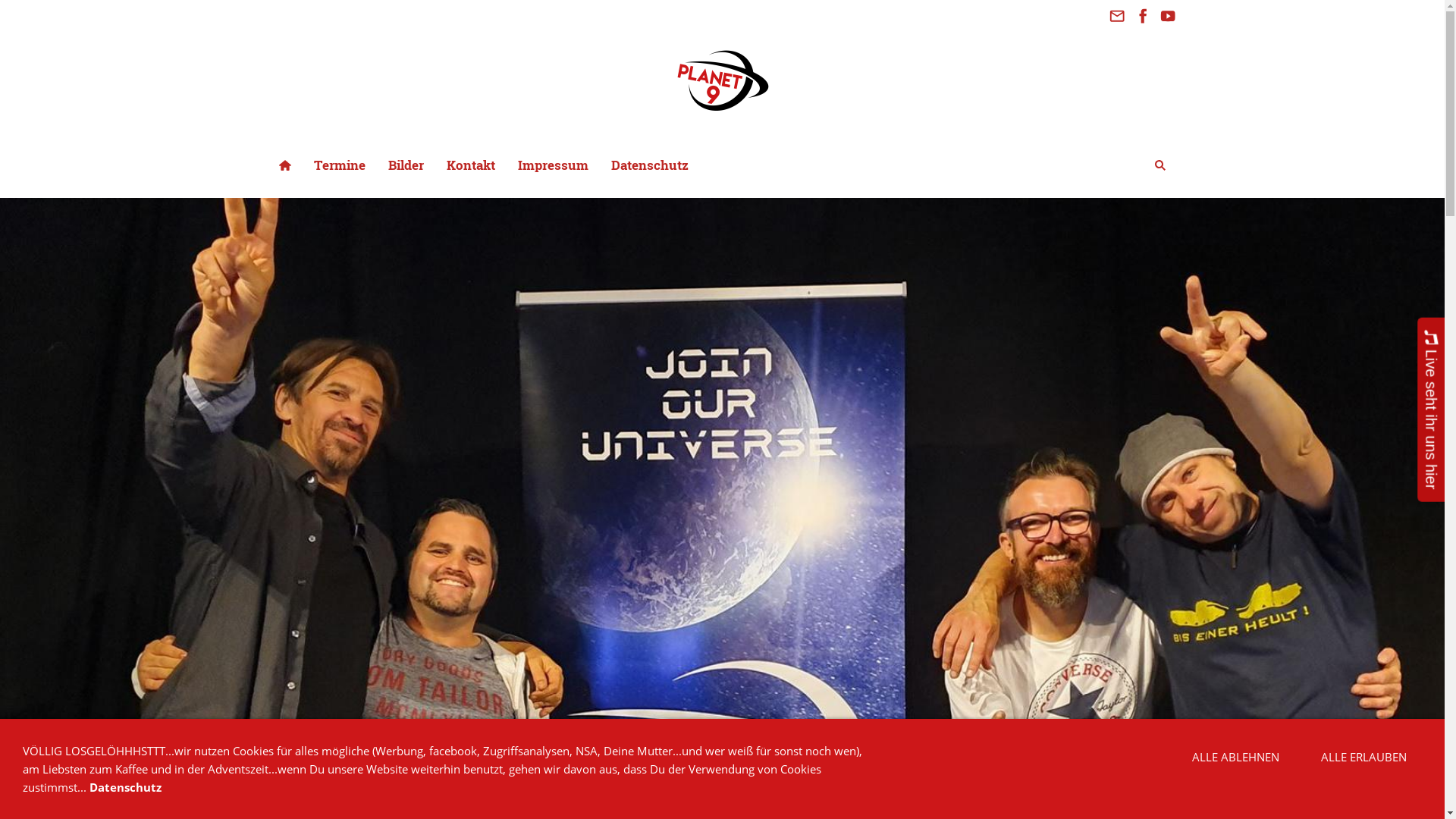  What do you see at coordinates (337, 165) in the screenshot?
I see `'Termine'` at bounding box center [337, 165].